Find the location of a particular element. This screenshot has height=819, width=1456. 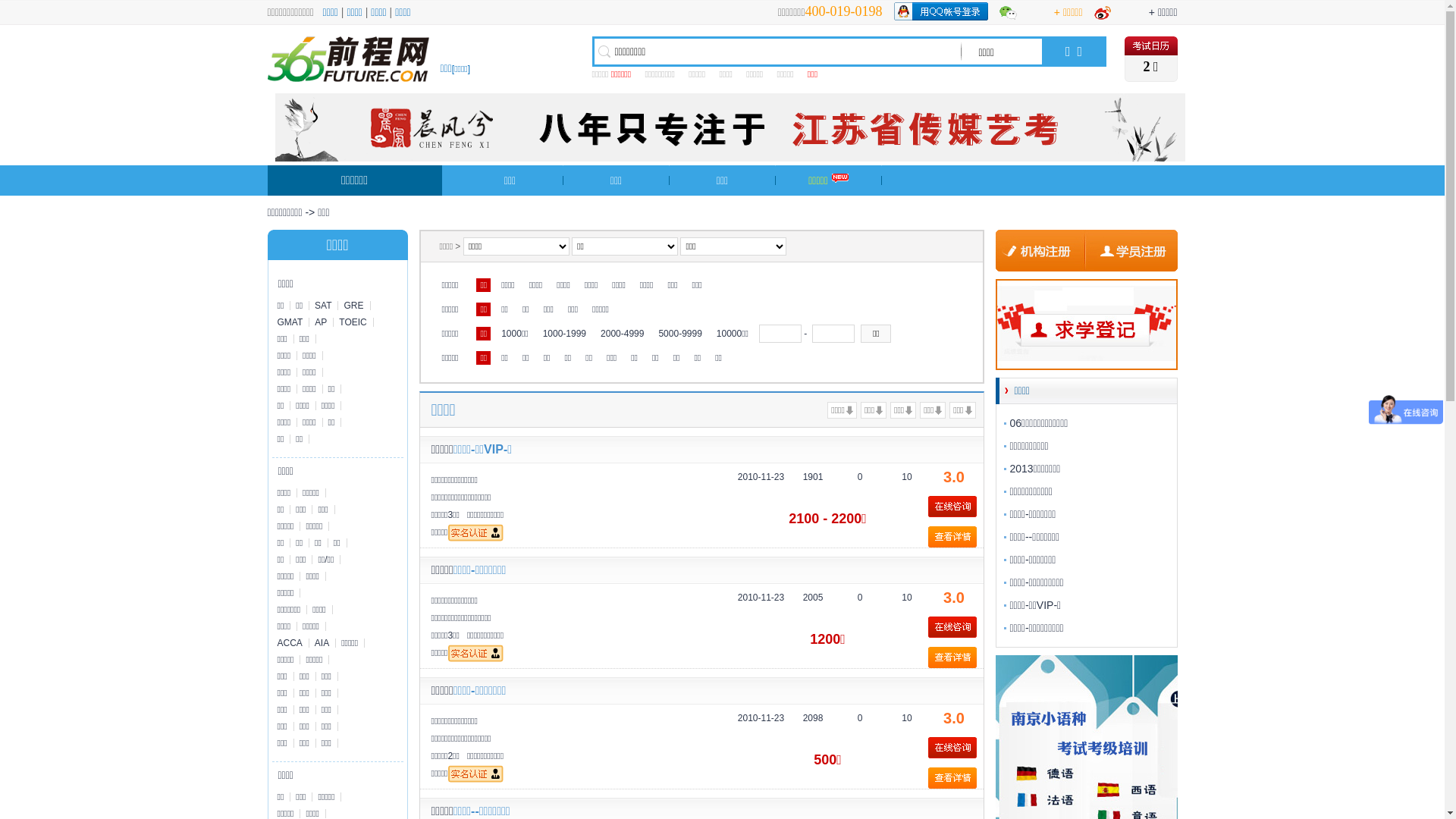

'SAT' is located at coordinates (323, 305).